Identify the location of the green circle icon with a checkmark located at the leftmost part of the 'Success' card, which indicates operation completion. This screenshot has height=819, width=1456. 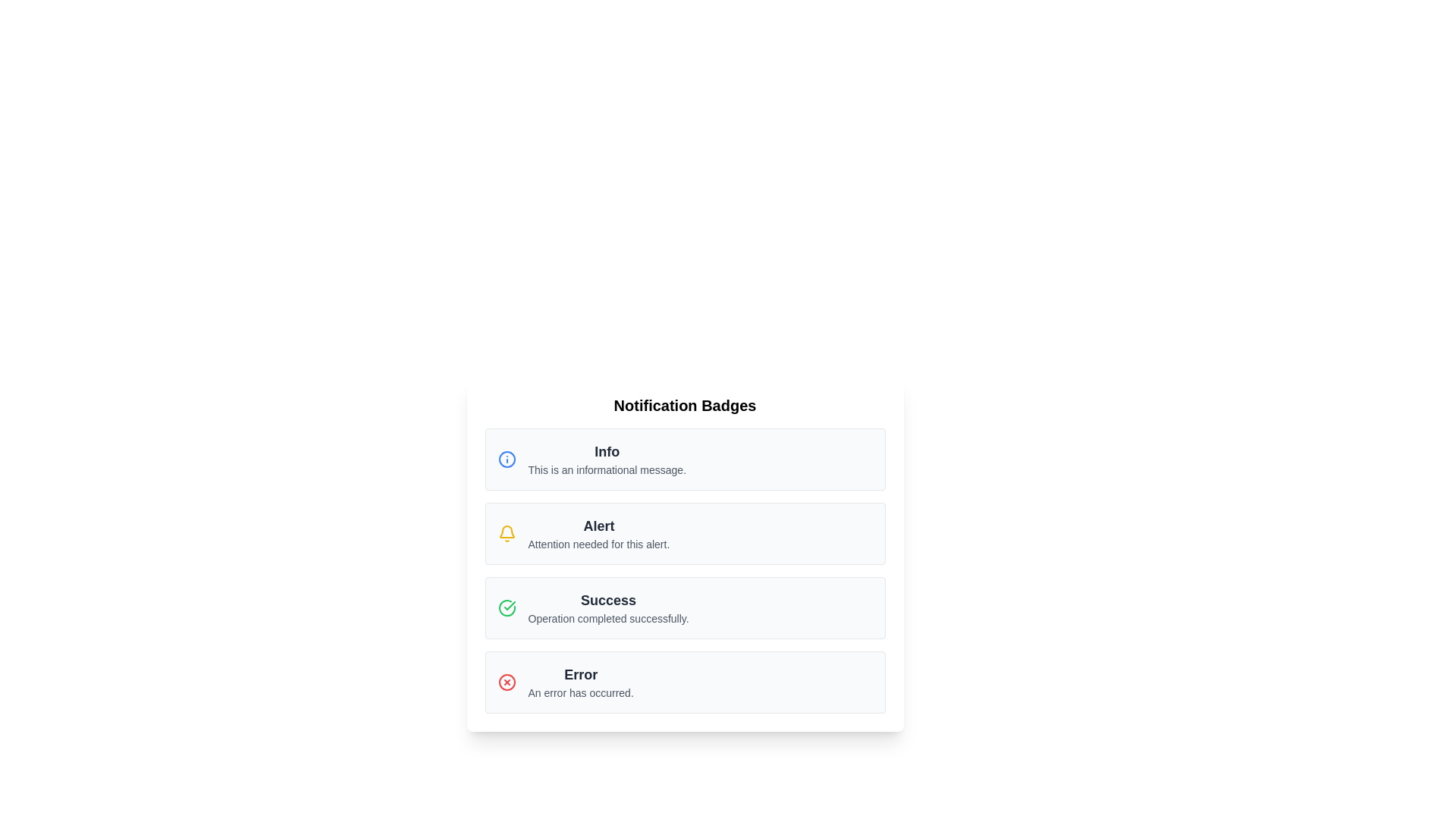
(507, 607).